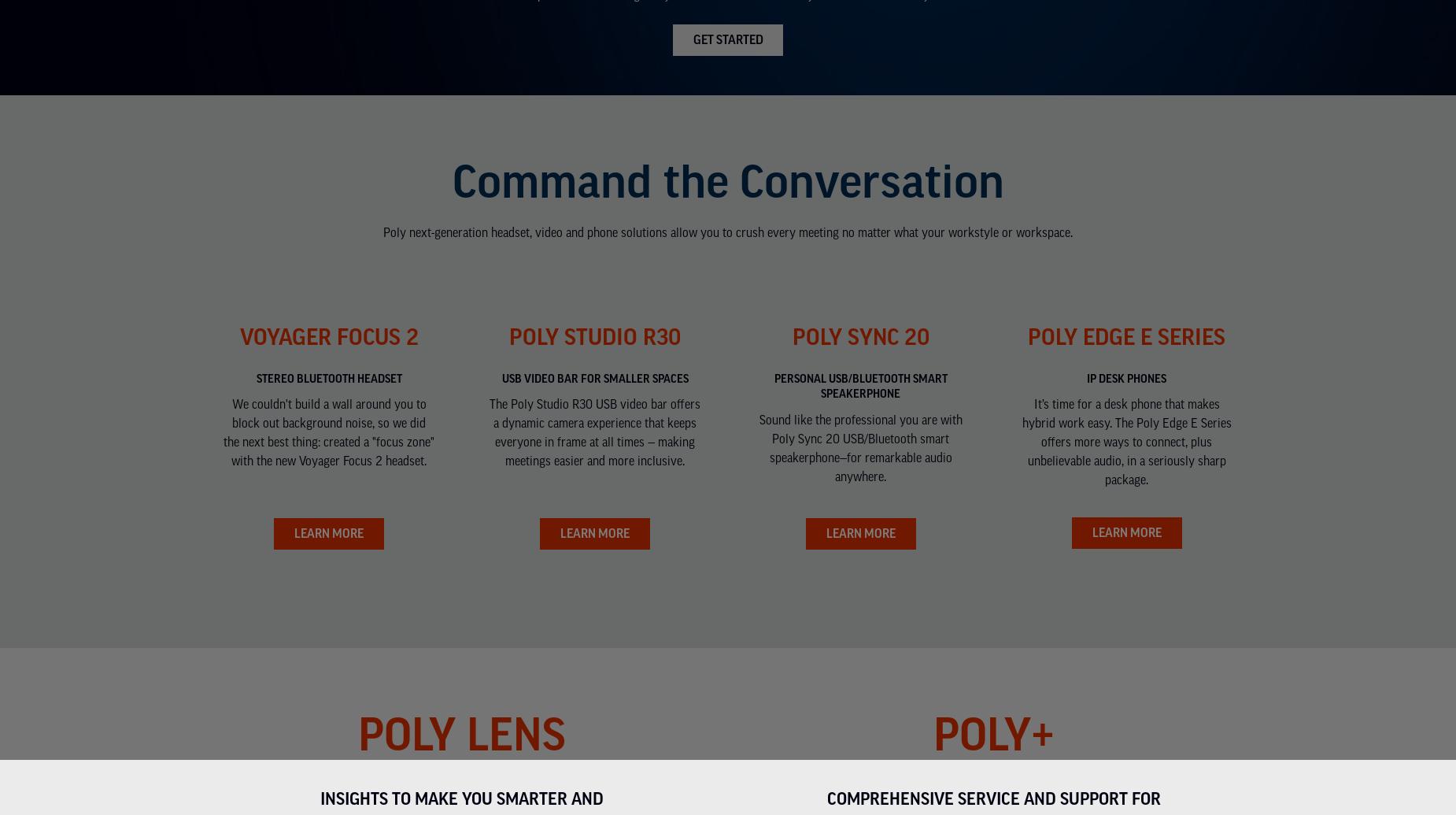  Describe the element at coordinates (931, 731) in the screenshot. I see `'Poly+'` at that location.